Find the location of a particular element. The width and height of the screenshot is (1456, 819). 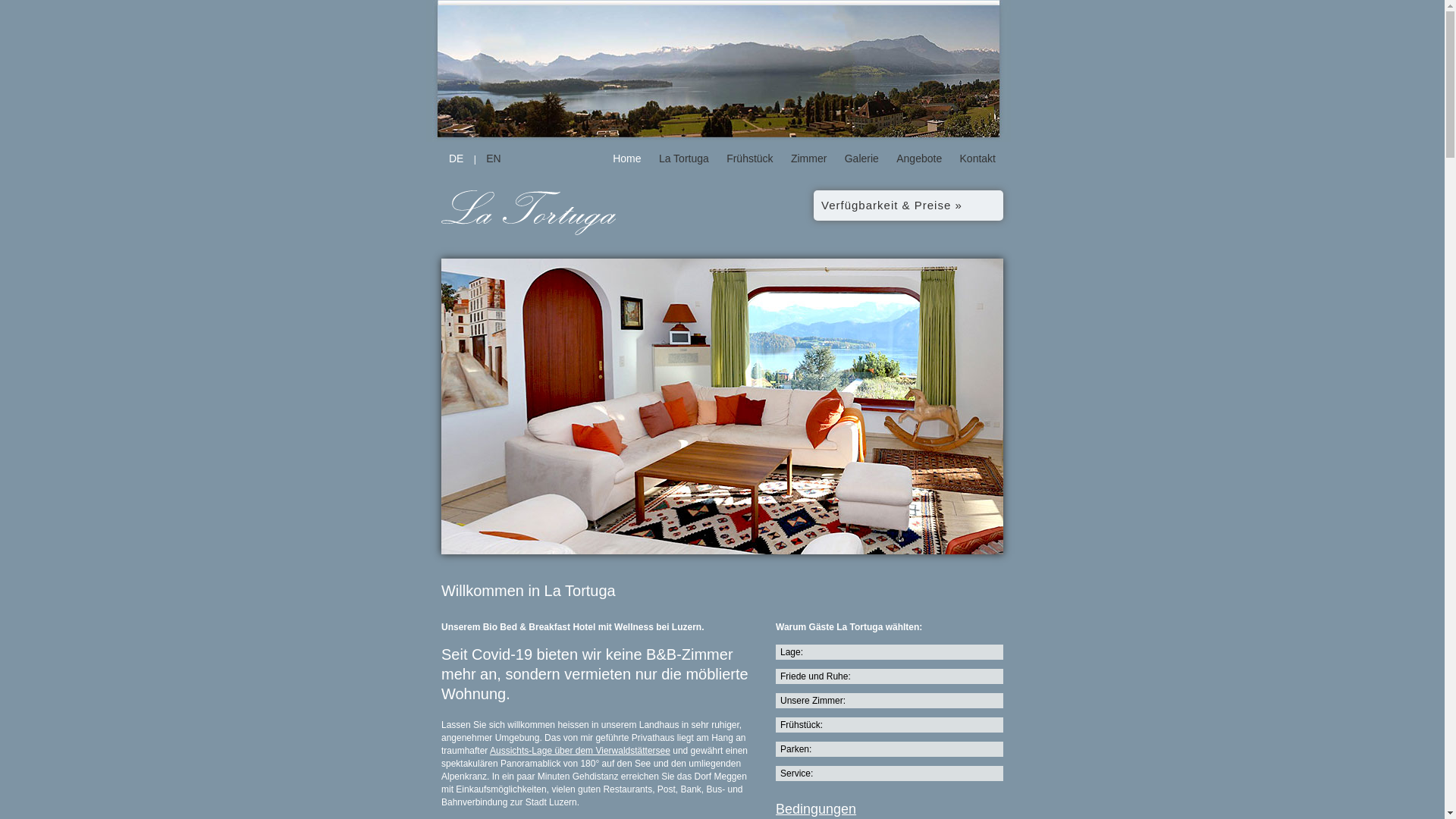

'Parken:' is located at coordinates (889, 748).